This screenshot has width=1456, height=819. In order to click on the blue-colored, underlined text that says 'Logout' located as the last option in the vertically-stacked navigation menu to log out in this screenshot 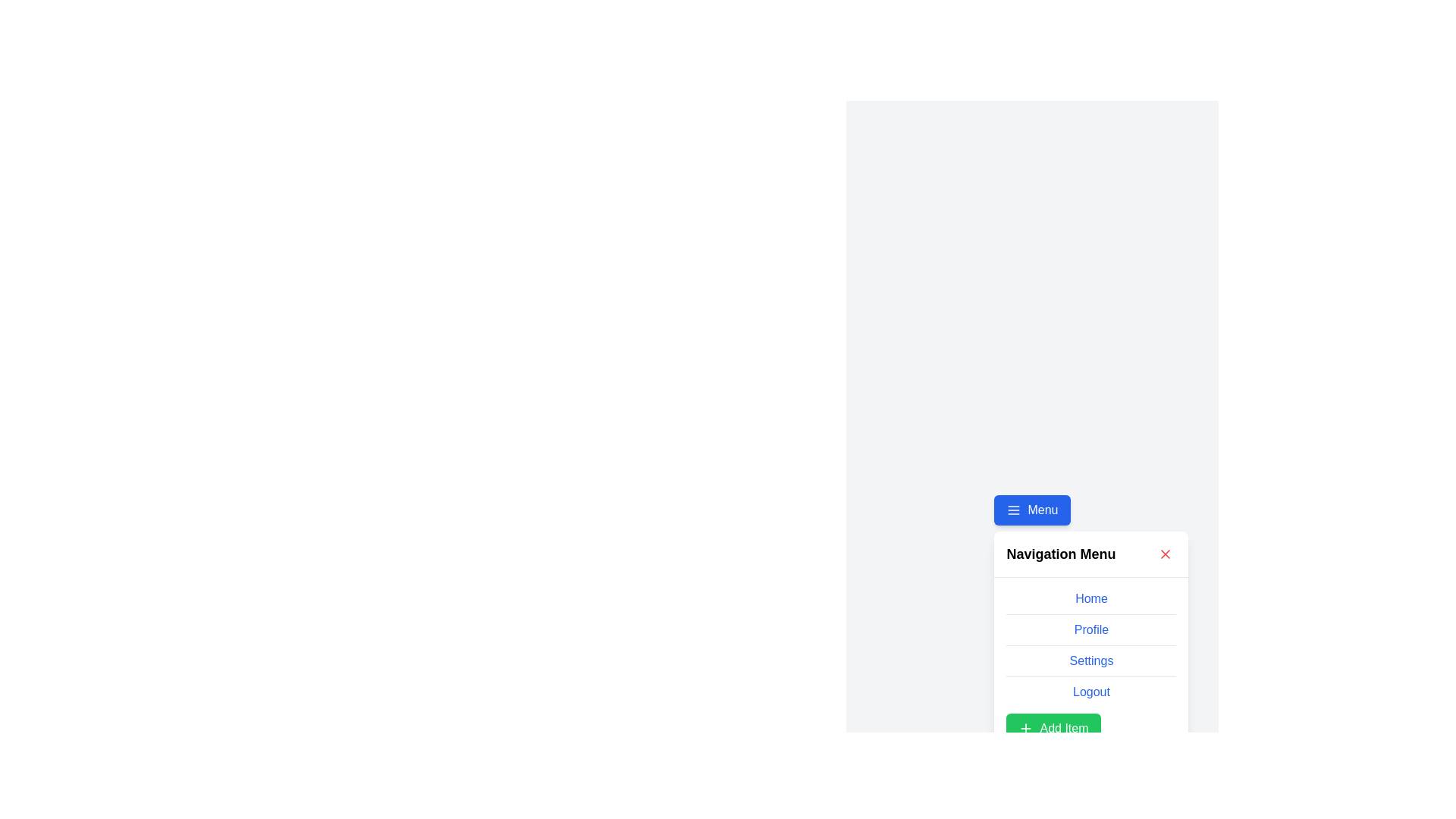, I will do `click(1090, 692)`.